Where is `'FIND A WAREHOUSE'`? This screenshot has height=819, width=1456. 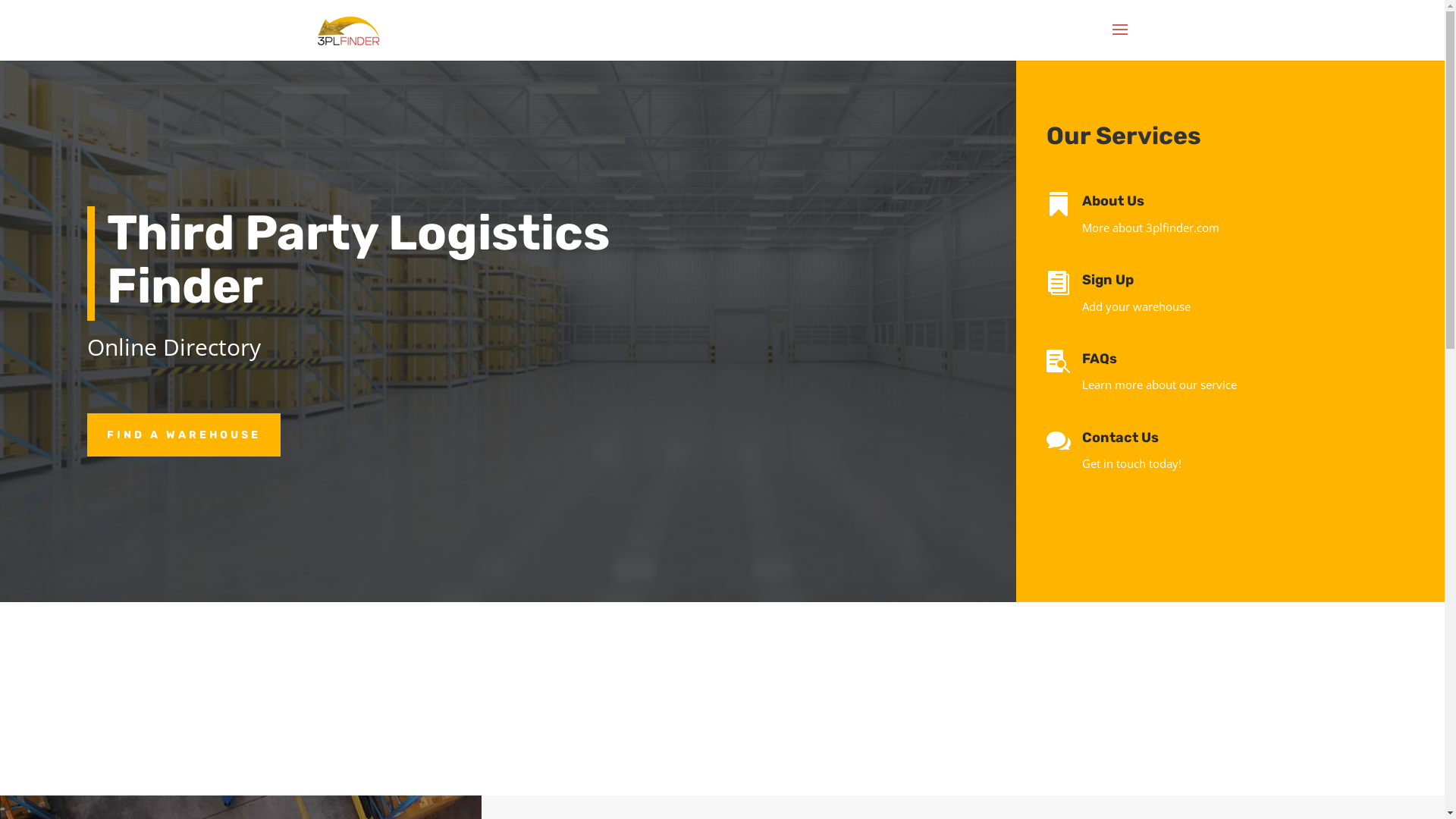
'FIND A WAREHOUSE' is located at coordinates (183, 435).